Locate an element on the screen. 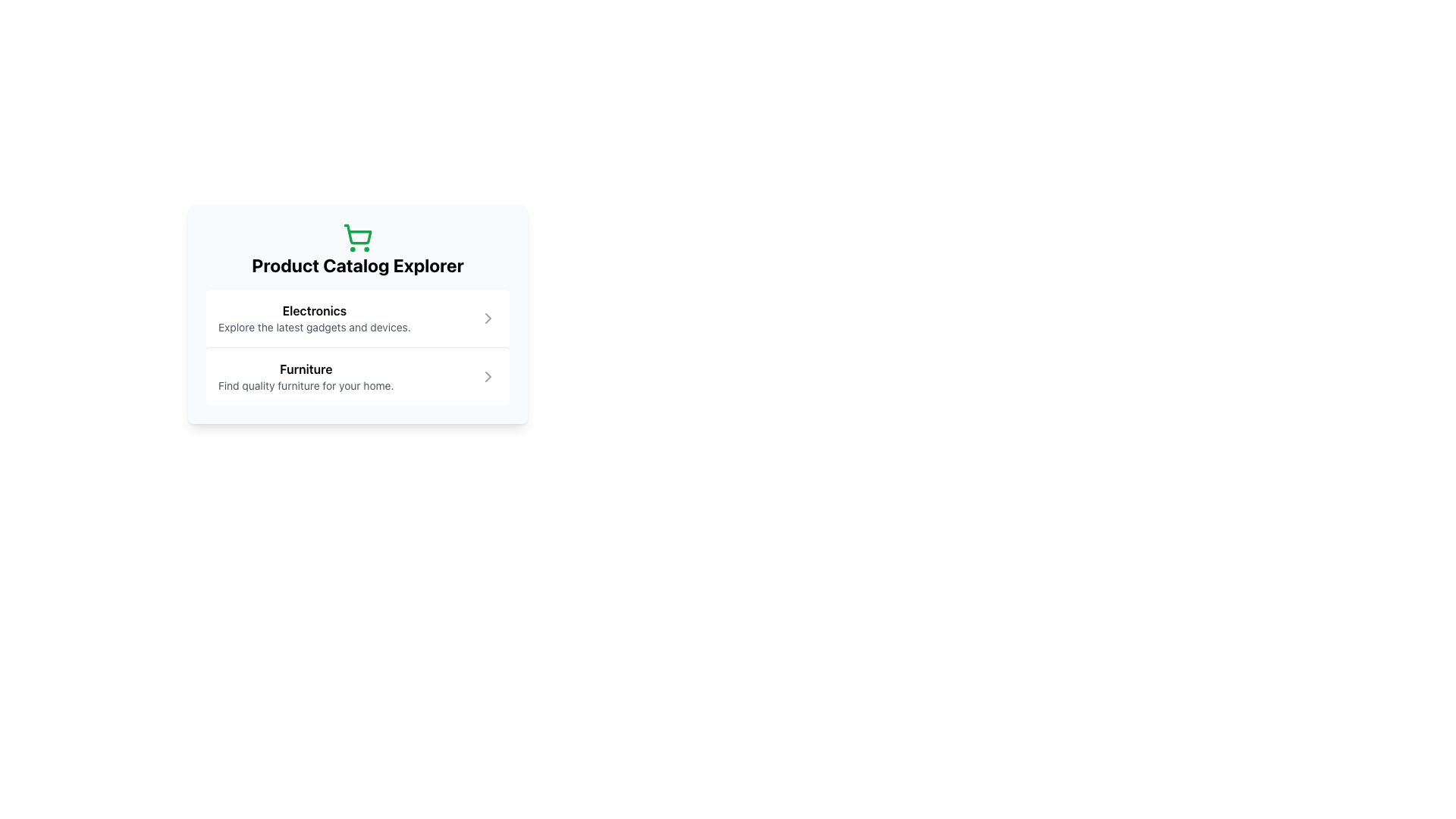 This screenshot has width=1456, height=819. text label that displays 'Explore the latest gadgets and devices.' located beneath the 'Electronics' heading is located at coordinates (313, 327).